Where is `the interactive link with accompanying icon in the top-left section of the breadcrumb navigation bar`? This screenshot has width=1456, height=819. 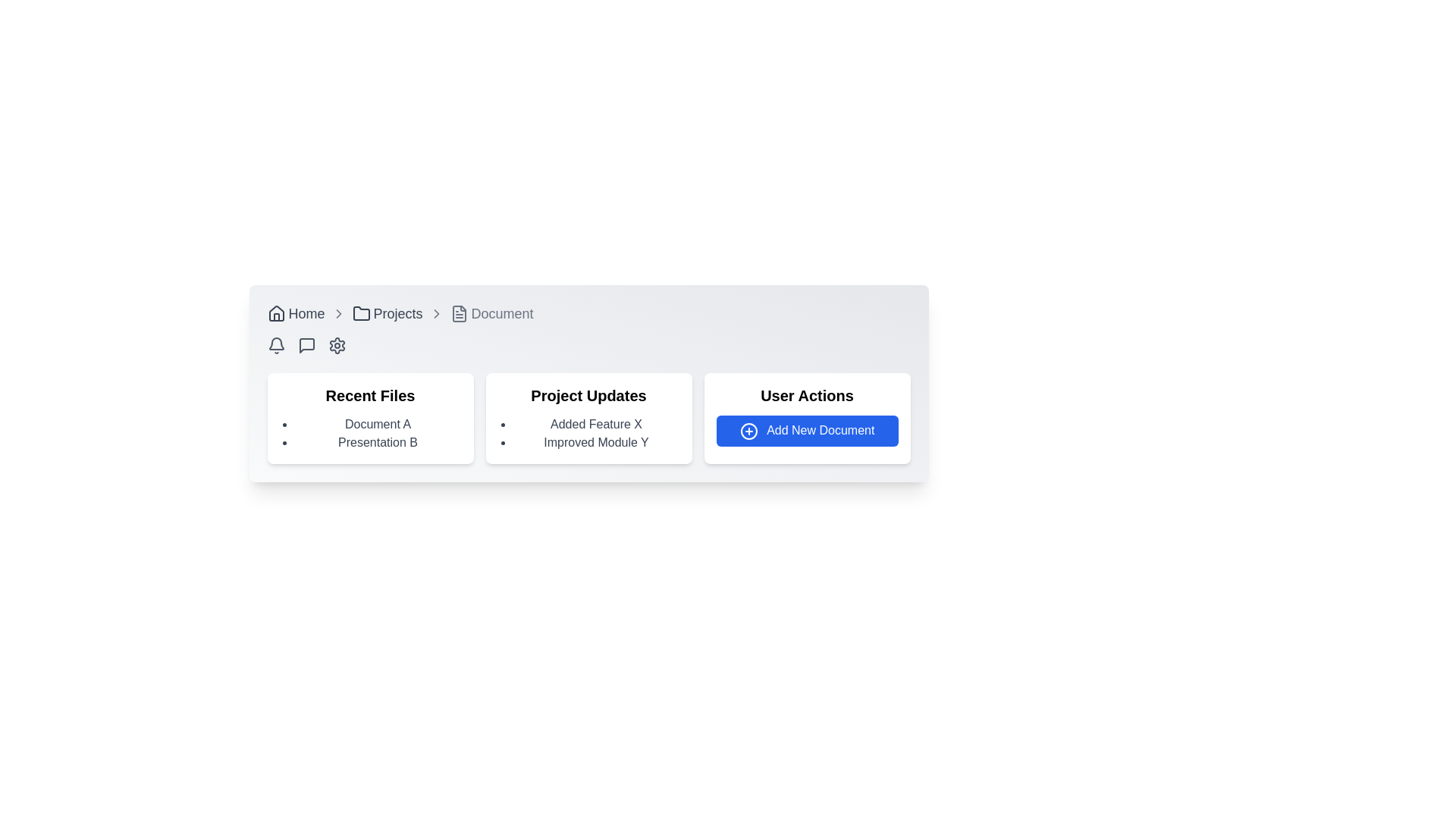
the interactive link with accompanying icon in the top-left section of the breadcrumb navigation bar is located at coordinates (296, 312).